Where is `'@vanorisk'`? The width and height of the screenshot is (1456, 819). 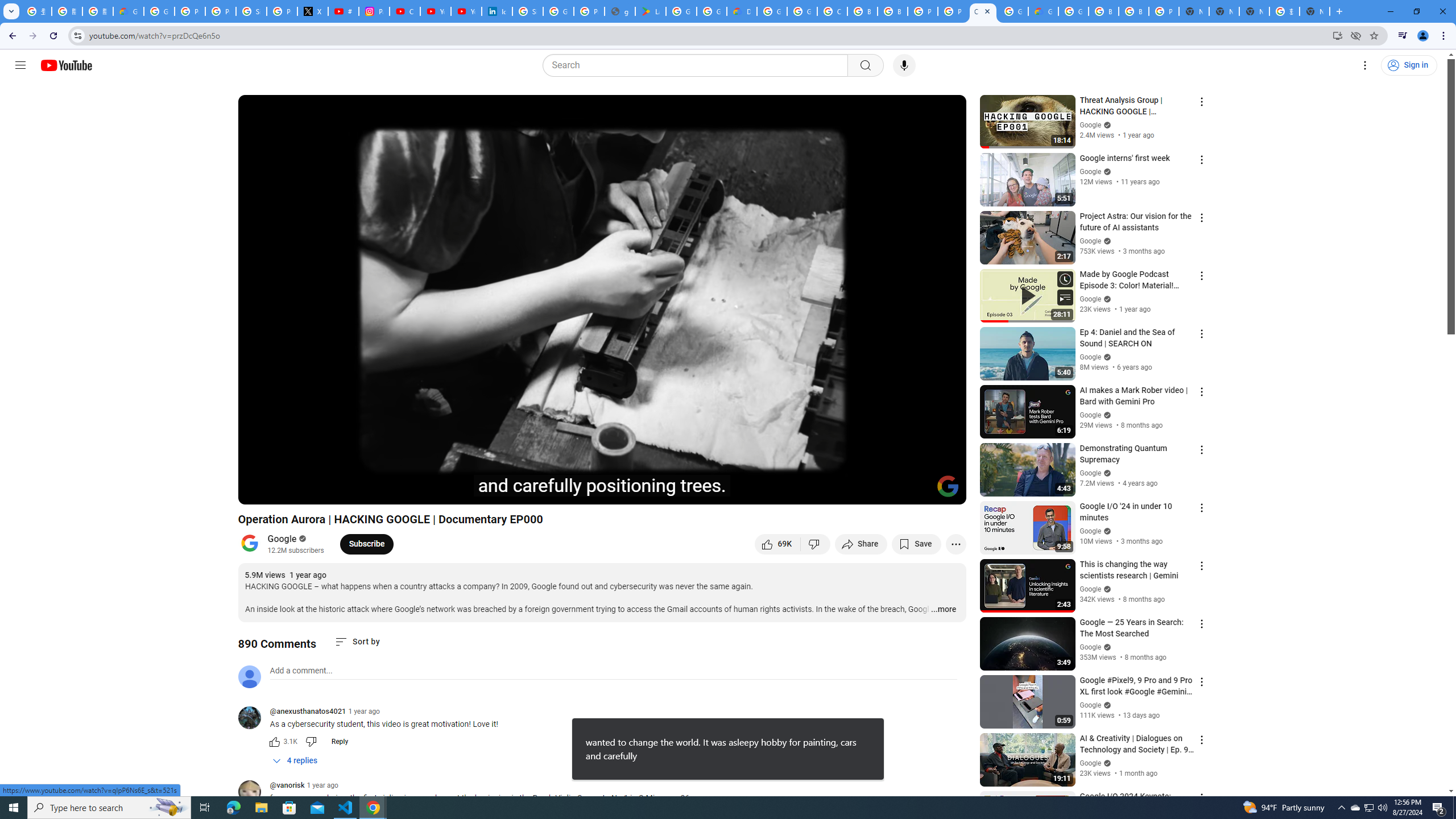
'@vanorisk' is located at coordinates (253, 792).